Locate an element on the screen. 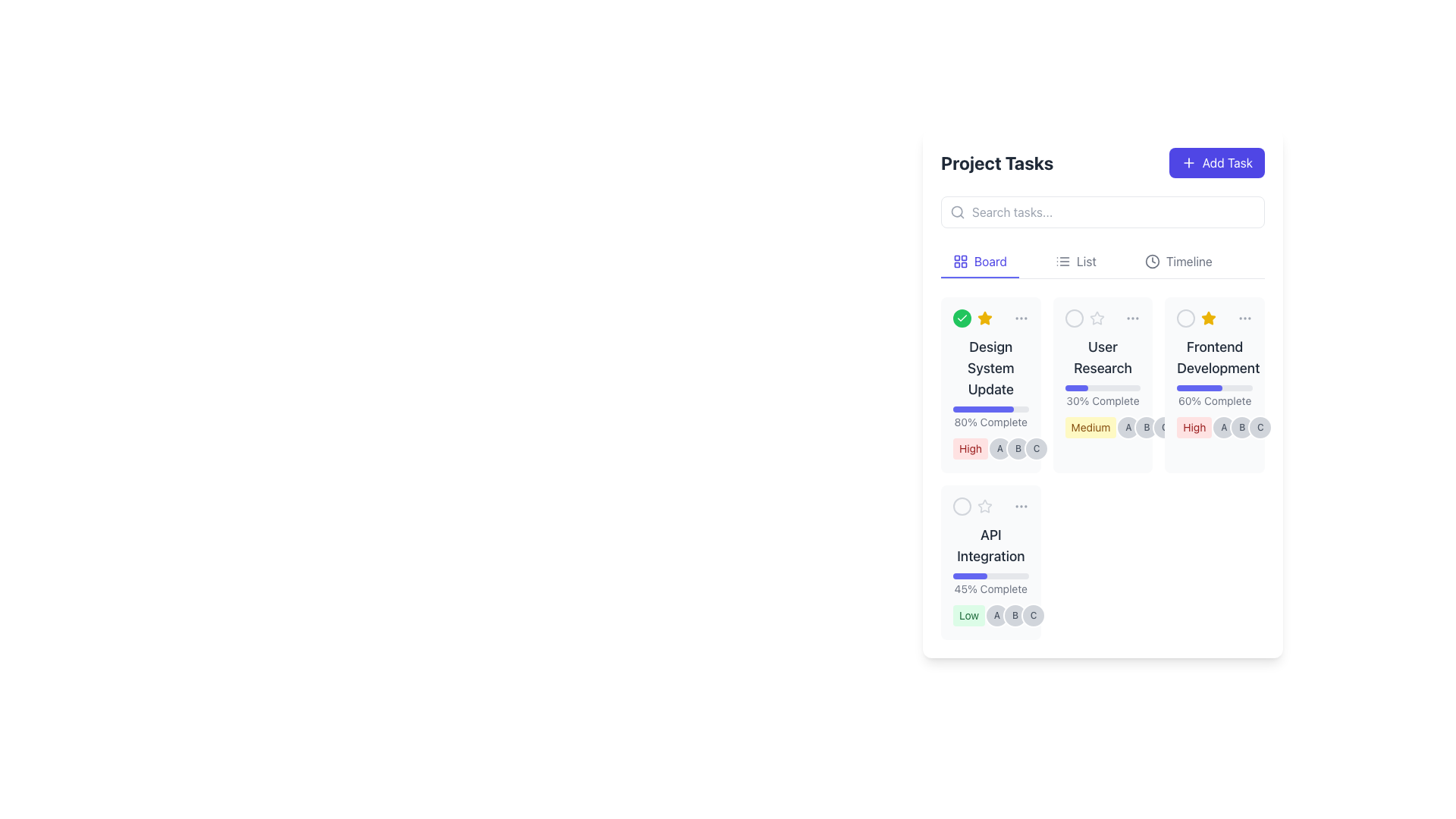 Image resolution: width=1456 pixels, height=819 pixels. the 'Board' navigation tab, which is the first option in the horizontal navigation bar styled in indigo with a bold underline is located at coordinates (980, 262).